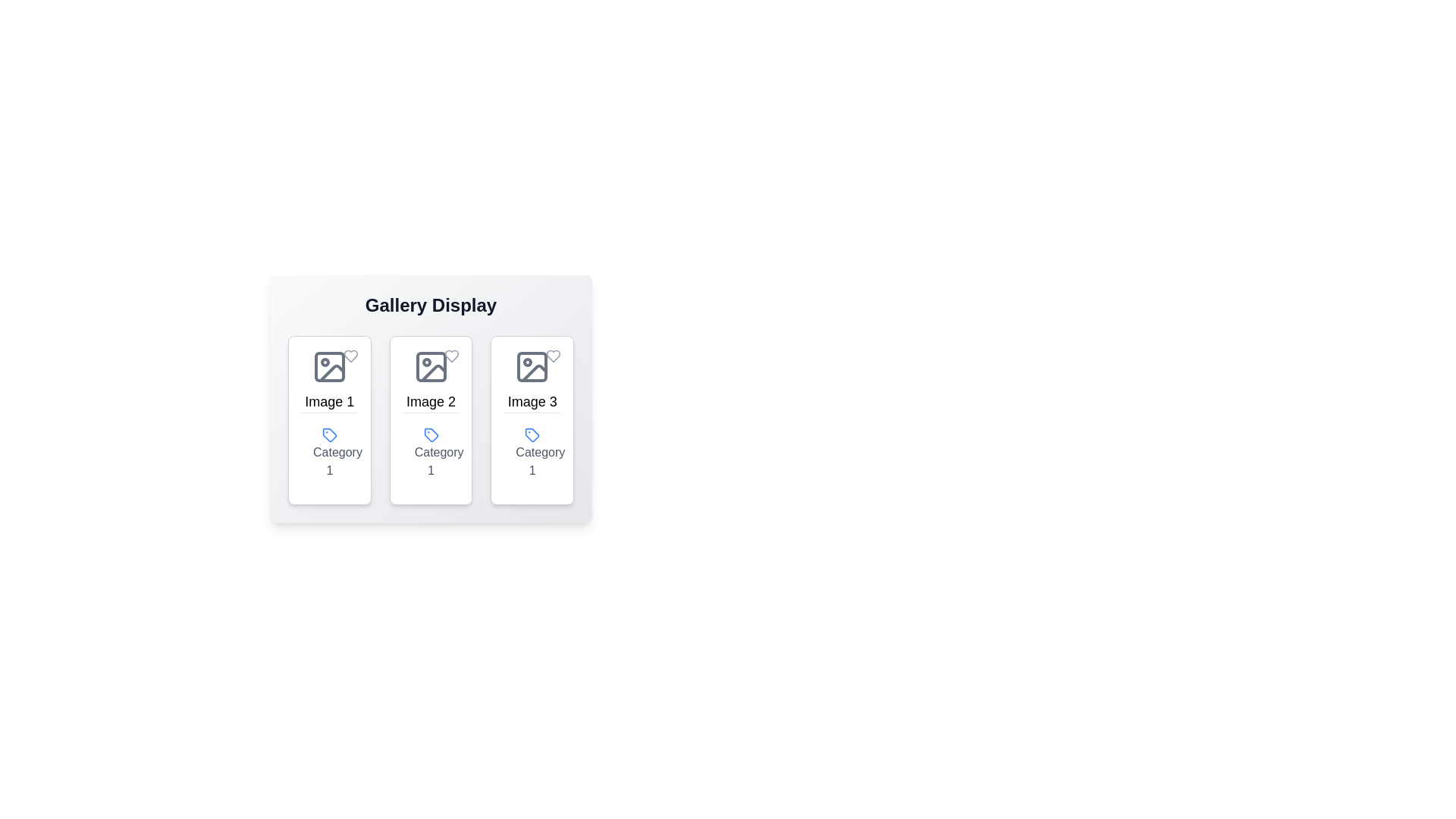 Image resolution: width=1456 pixels, height=819 pixels. I want to click on the image placeholder icon in the 'Image 3' section of the gallery display area, so click(532, 366).